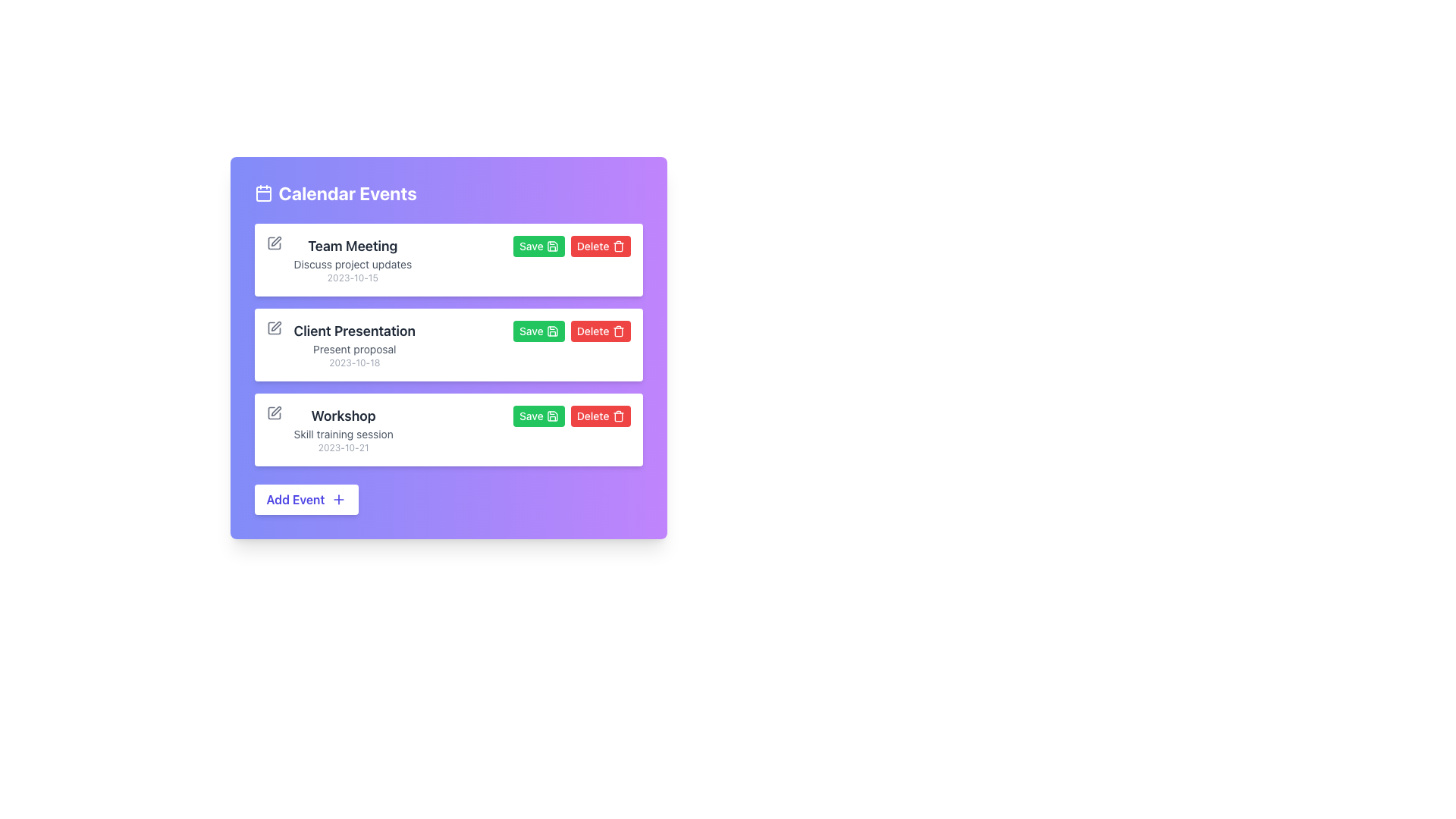 This screenshot has width=1456, height=819. I want to click on the green 'Save' button located in the lower section of the interface within the 'Workshop' event card to observe the hover effect, so click(538, 416).